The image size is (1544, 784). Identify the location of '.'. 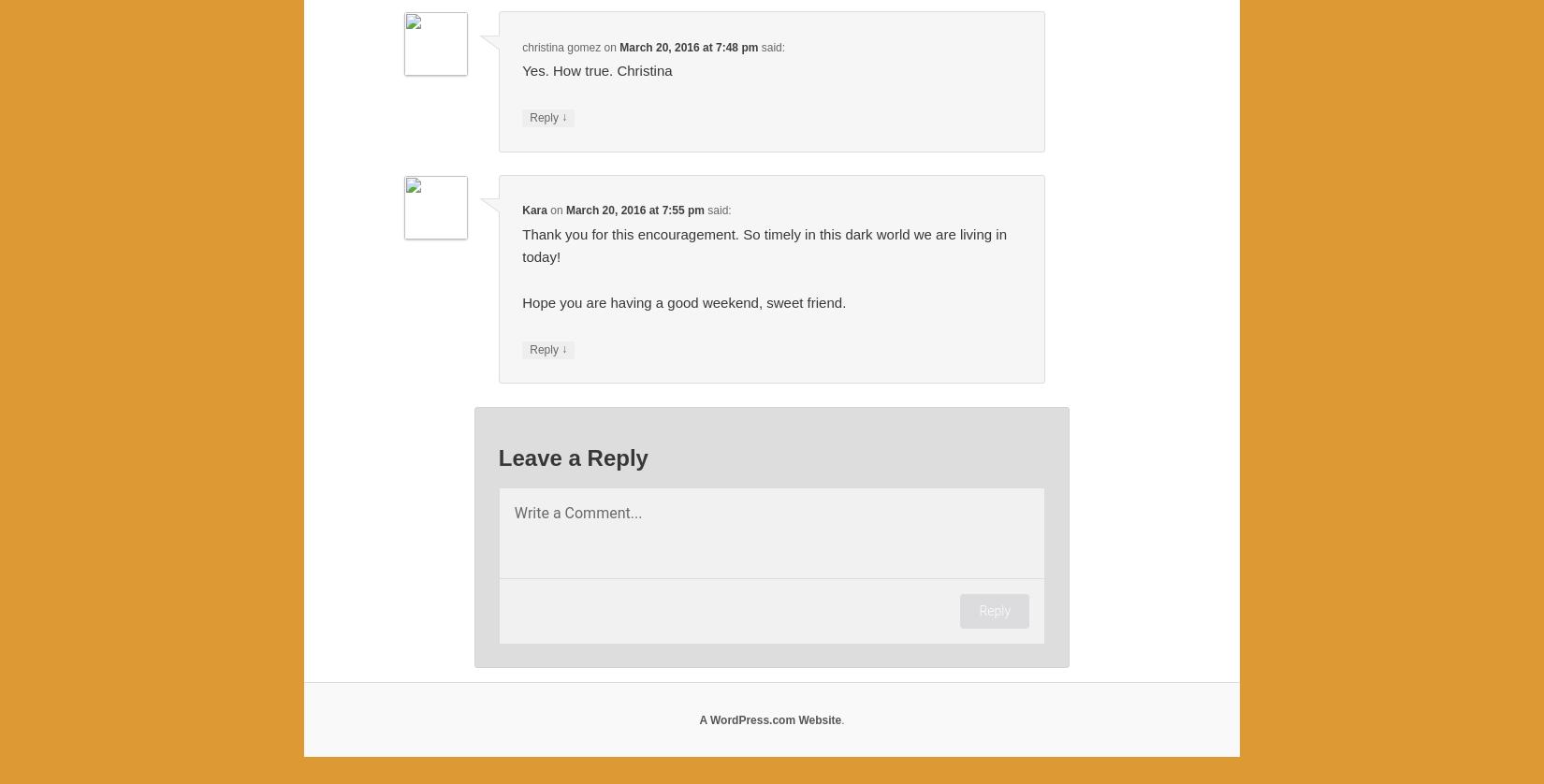
(842, 719).